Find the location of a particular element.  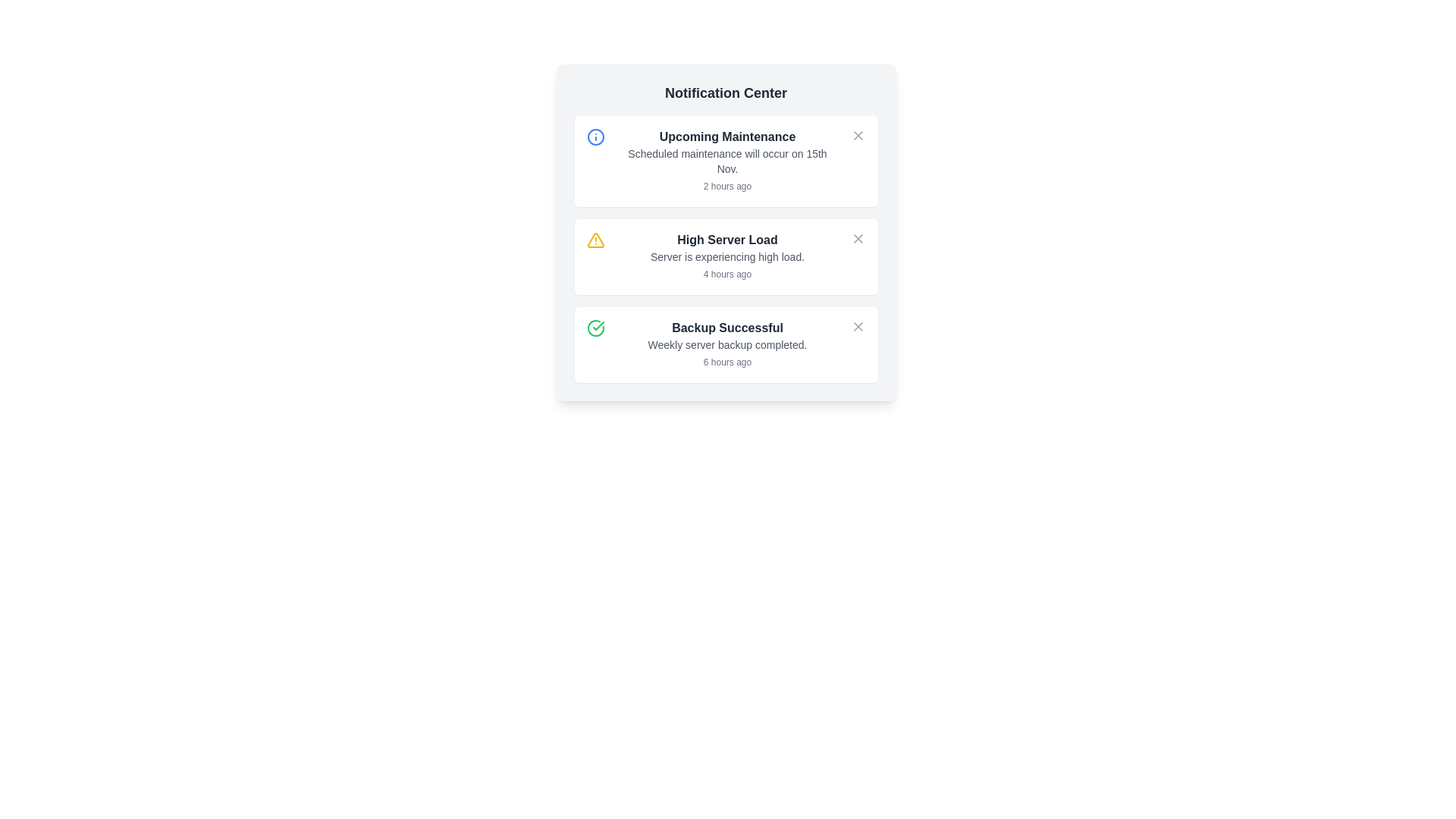

the informational icon located at the top-left corner of the 'Upcoming Maintenance' notification card to observe its visual significance is located at coordinates (595, 137).